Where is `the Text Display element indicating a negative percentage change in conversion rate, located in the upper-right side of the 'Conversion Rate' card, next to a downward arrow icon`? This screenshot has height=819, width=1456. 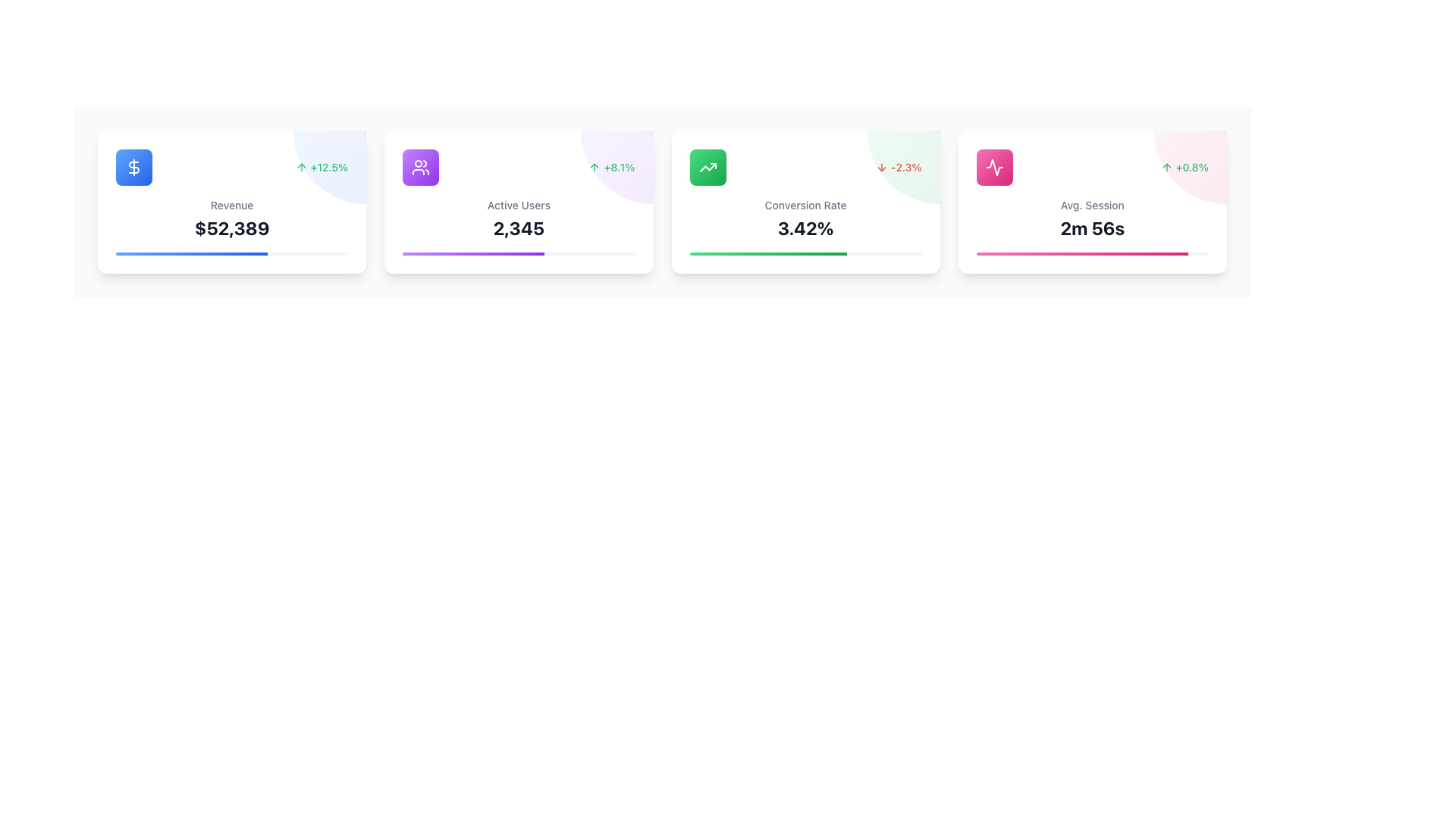 the Text Display element indicating a negative percentage change in conversion rate, located in the upper-right side of the 'Conversion Rate' card, next to a downward arrow icon is located at coordinates (906, 167).